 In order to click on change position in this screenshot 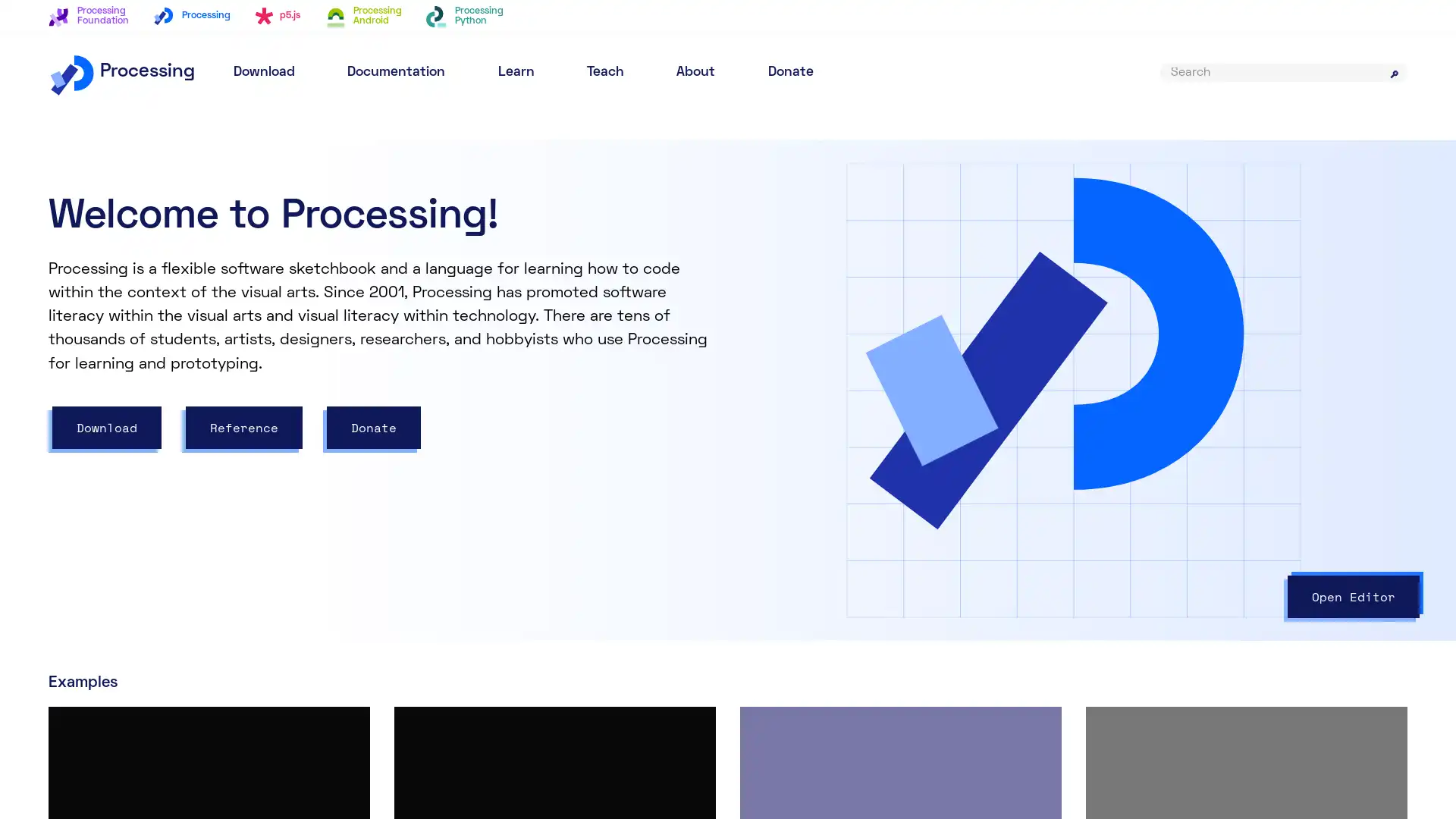, I will do `click(884, 450)`.